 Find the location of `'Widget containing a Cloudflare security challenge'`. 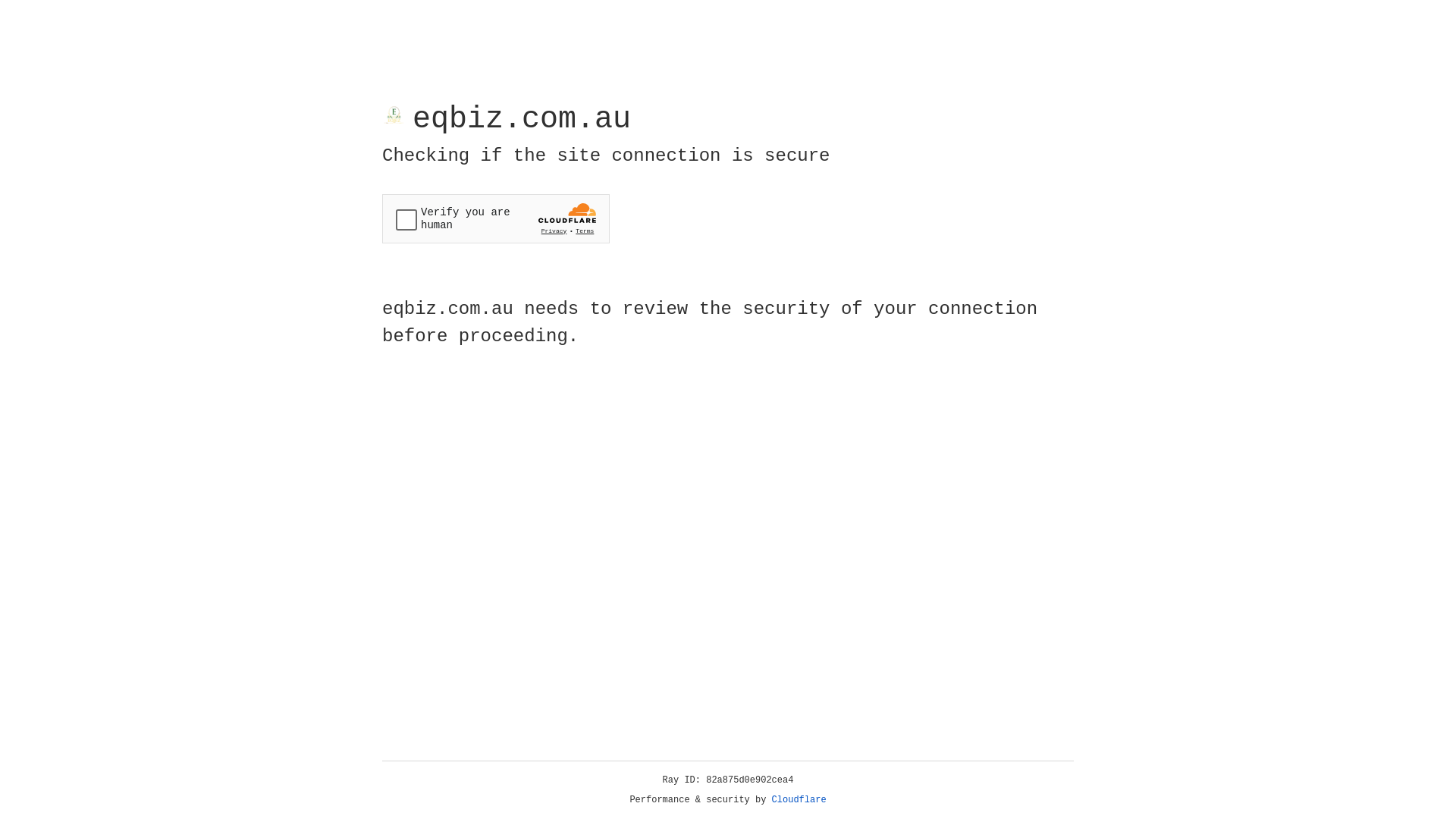

'Widget containing a Cloudflare security challenge' is located at coordinates (495, 218).